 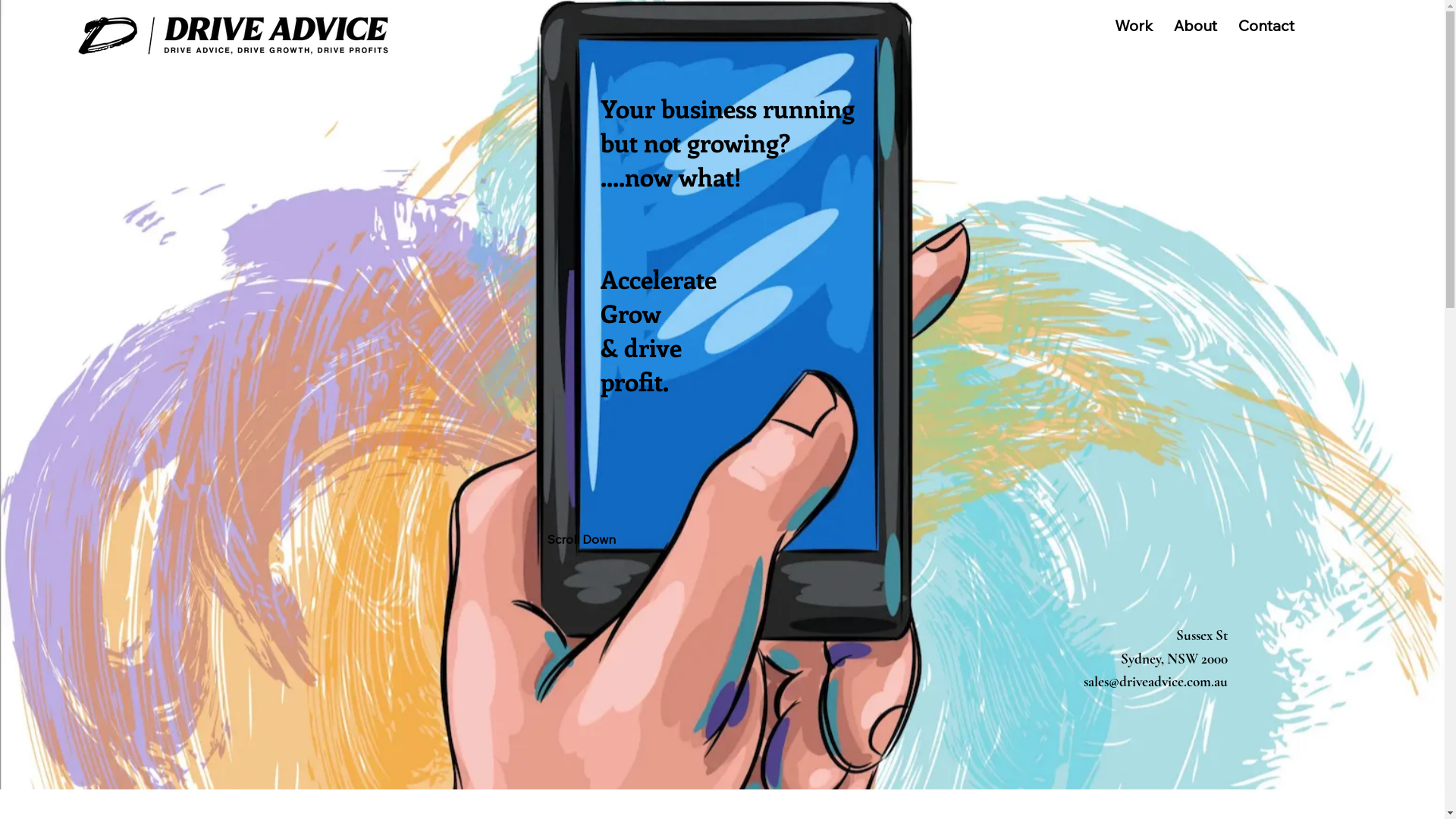 I want to click on 'Work', so click(x=1133, y=25).